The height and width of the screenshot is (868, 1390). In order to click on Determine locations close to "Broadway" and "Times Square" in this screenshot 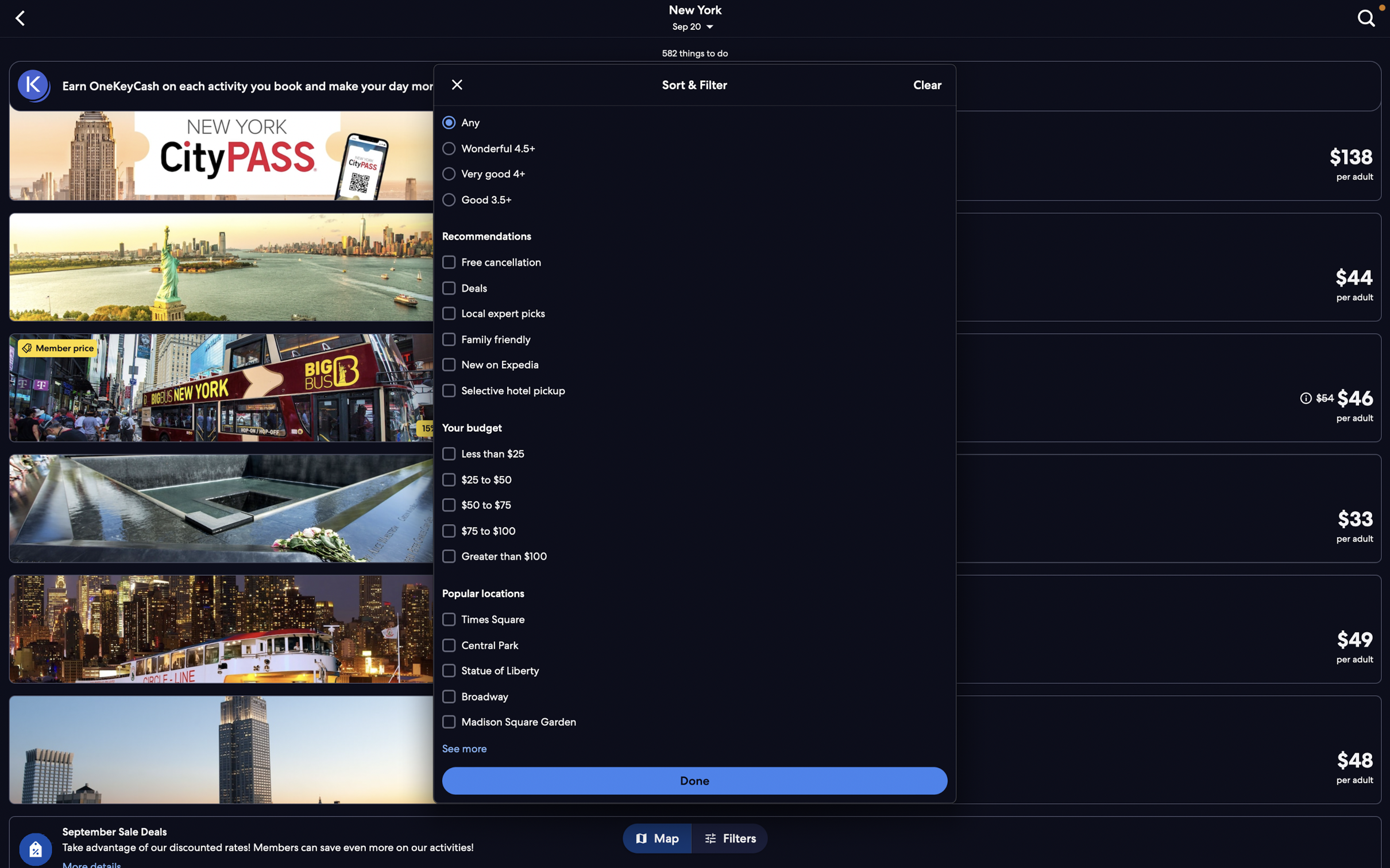, I will do `click(696, 720)`.